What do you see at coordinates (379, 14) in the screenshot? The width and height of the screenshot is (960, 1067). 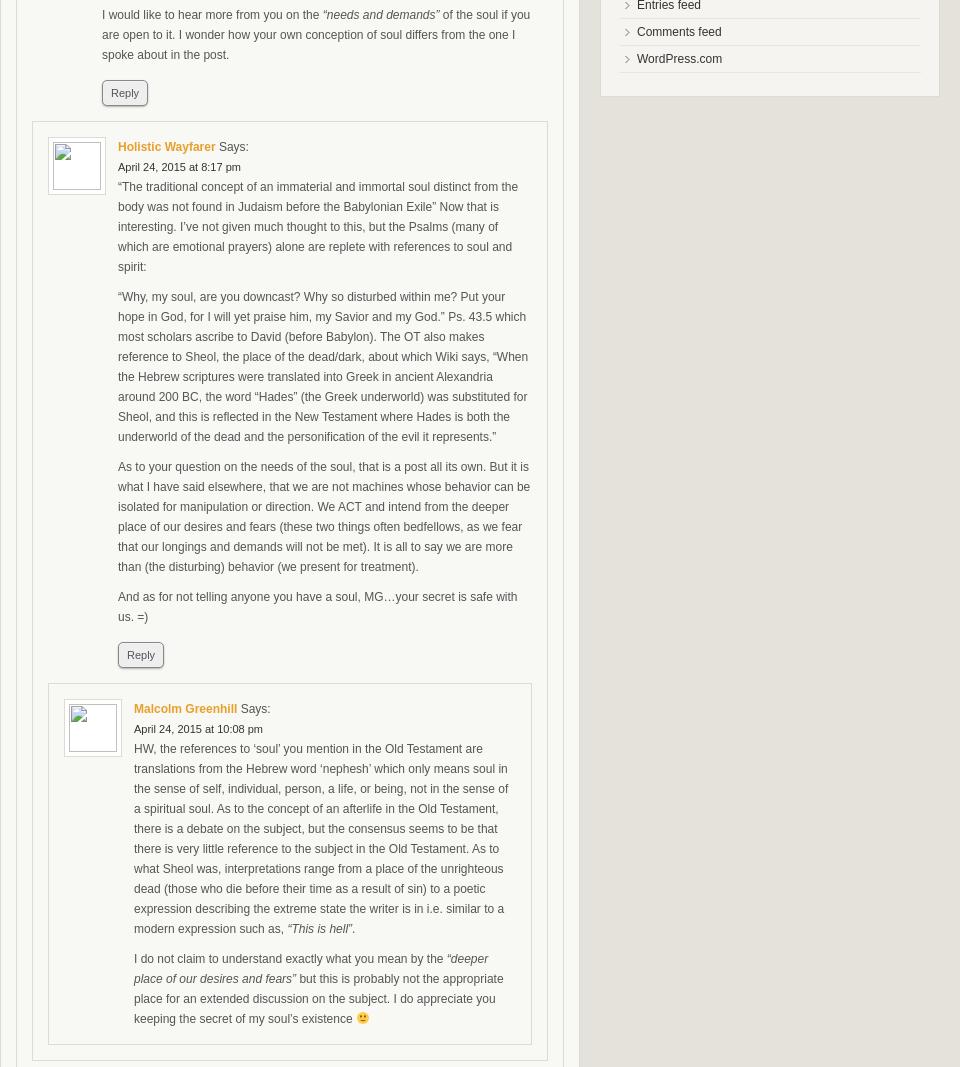 I see `'“needs and demands”'` at bounding box center [379, 14].